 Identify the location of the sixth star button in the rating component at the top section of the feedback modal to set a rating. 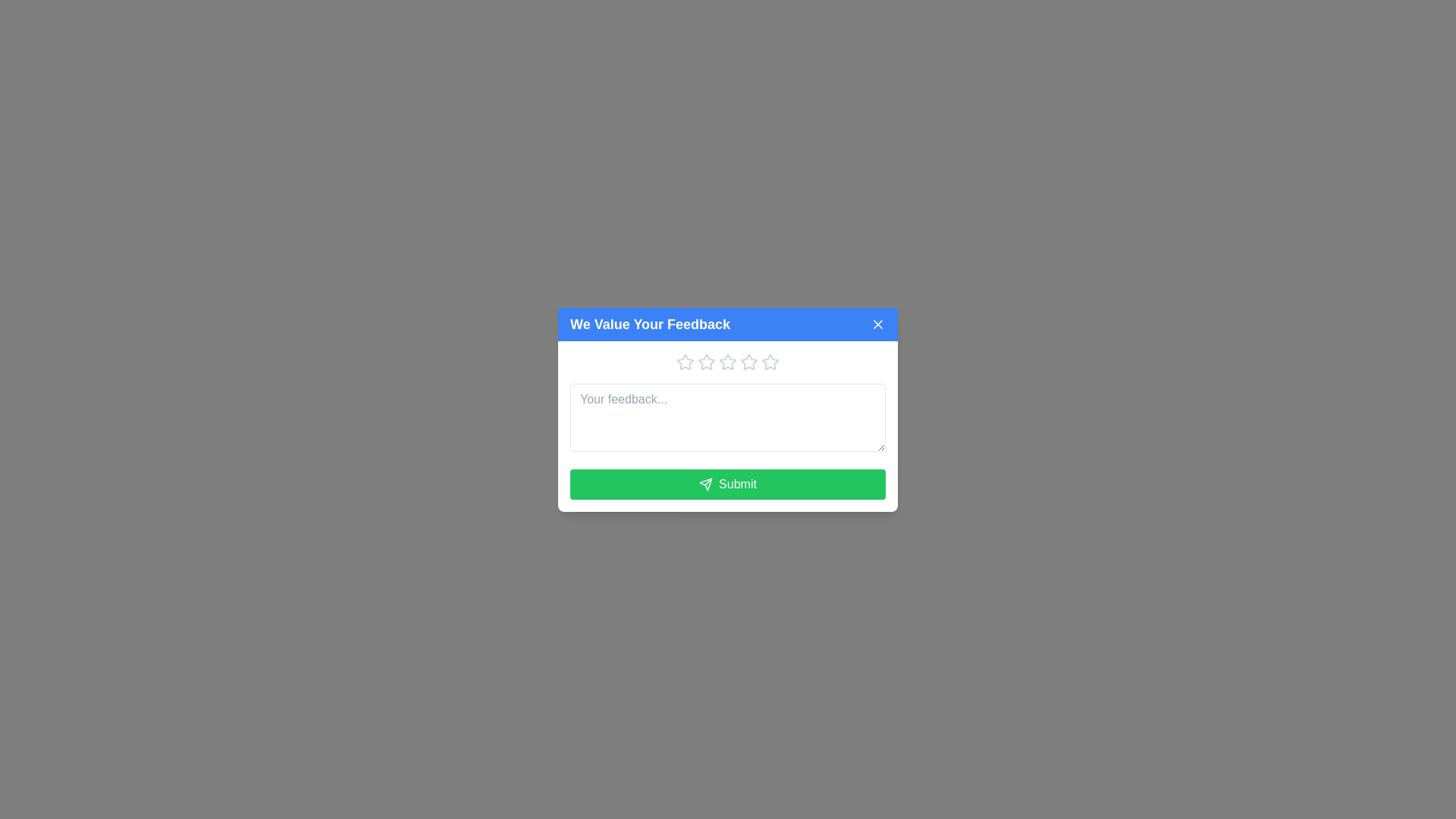
(749, 362).